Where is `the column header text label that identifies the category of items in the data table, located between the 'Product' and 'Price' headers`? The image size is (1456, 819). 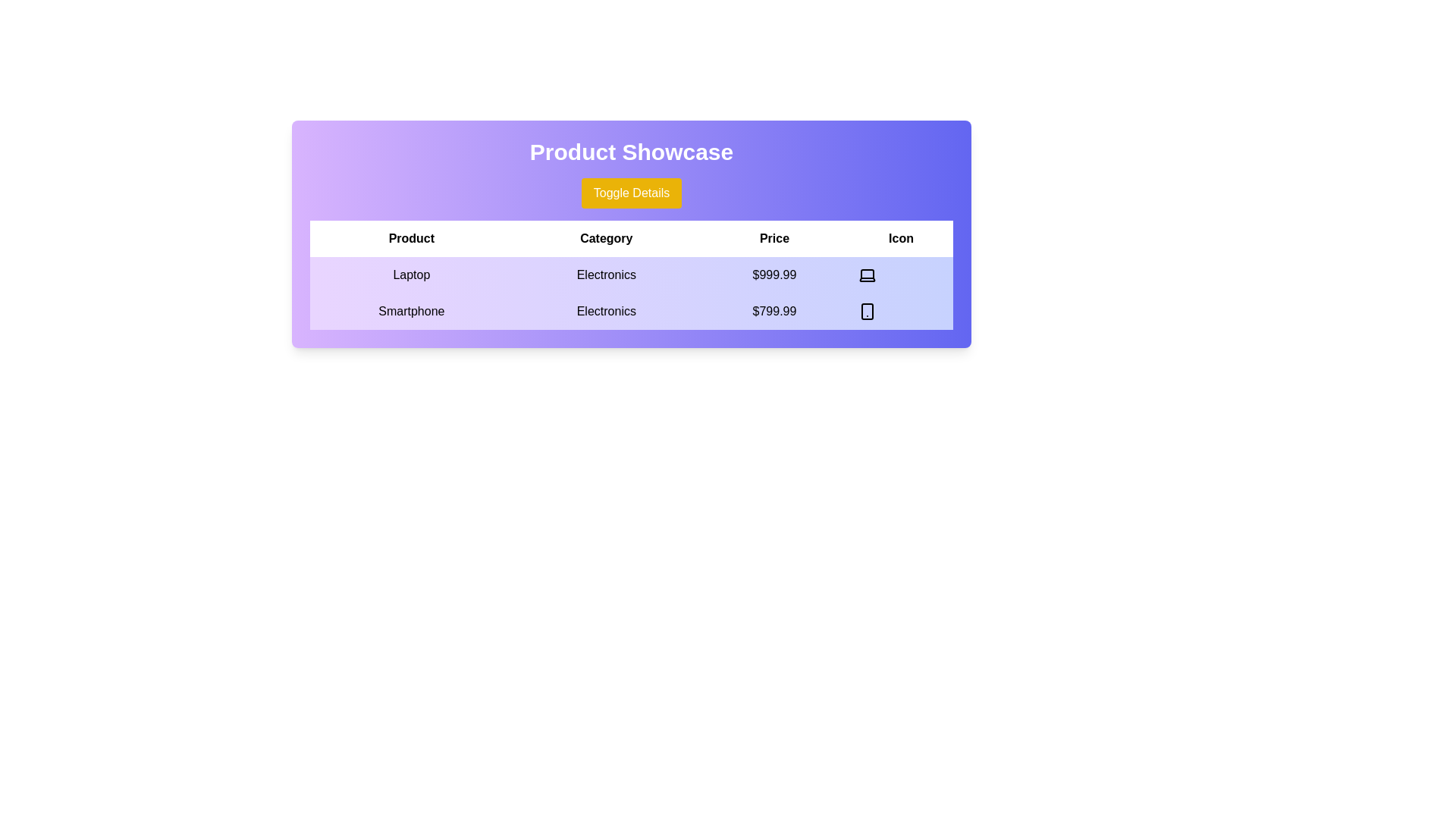 the column header text label that identifies the category of items in the data table, located between the 'Product' and 'Price' headers is located at coordinates (605, 239).